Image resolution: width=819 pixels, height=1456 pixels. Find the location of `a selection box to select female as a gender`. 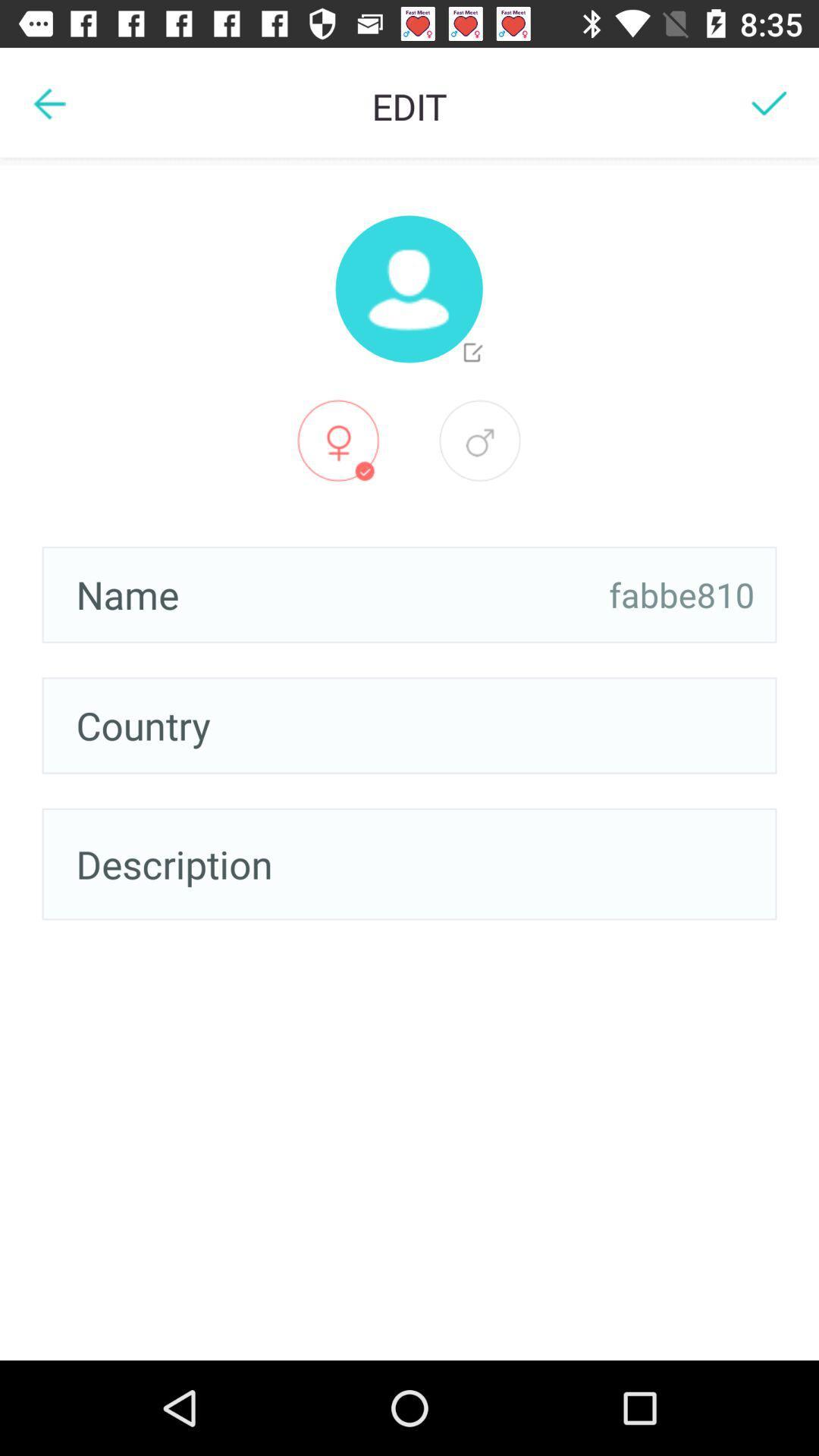

a selection box to select female as a gender is located at coordinates (337, 440).